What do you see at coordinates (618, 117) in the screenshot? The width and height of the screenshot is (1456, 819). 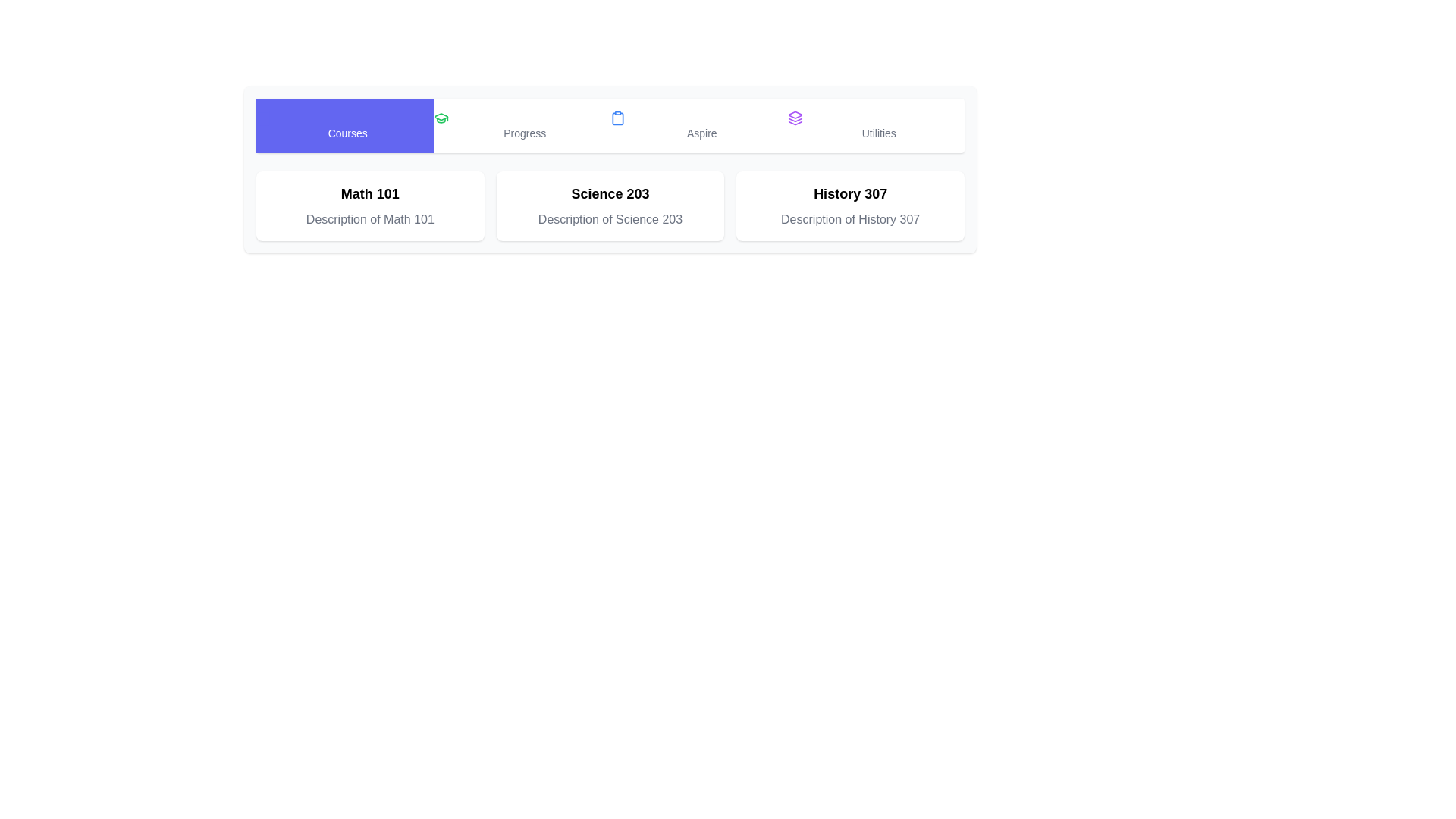 I see `the clipboard or note-taking icon located at the top center of the 'Aspire' navigation options, positioned to the left of the text 'Aspire'` at bounding box center [618, 117].